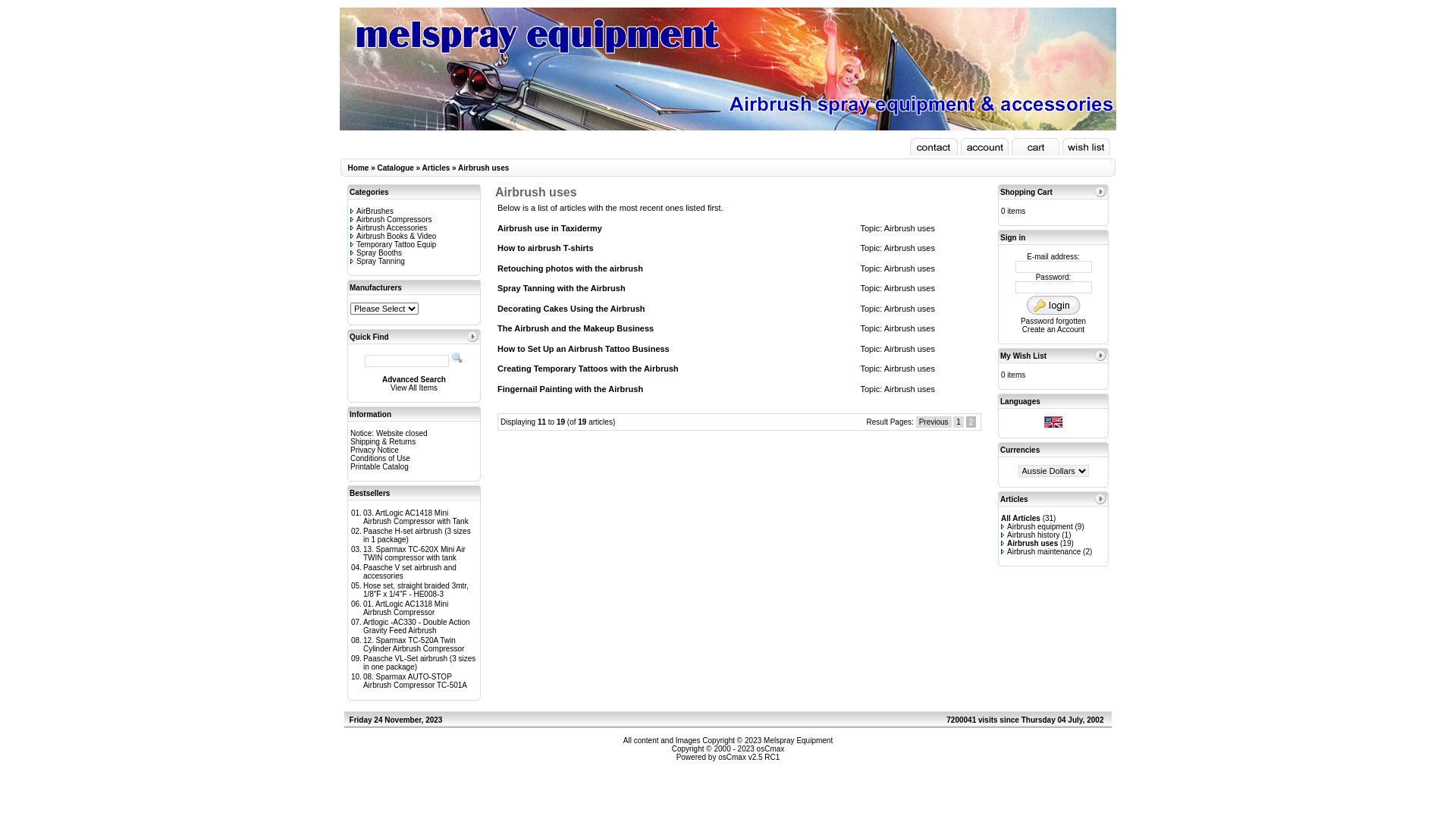 The image size is (1456, 819). What do you see at coordinates (414, 553) in the screenshot?
I see `'13. Sparmax TC-620X Mini Air TWIN compressor with tank'` at bounding box center [414, 553].